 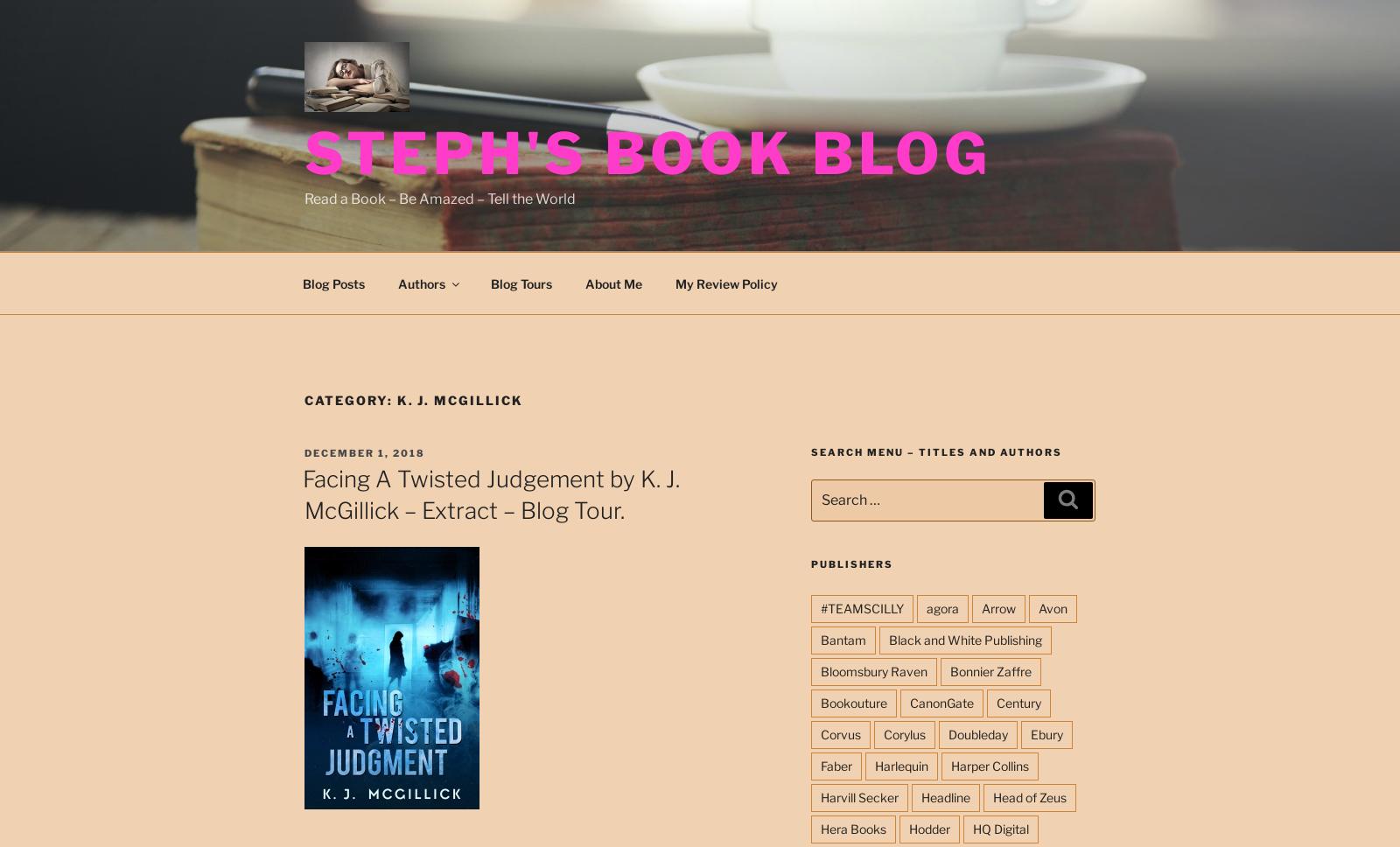 What do you see at coordinates (363, 452) in the screenshot?
I see `'December 1, 2018'` at bounding box center [363, 452].